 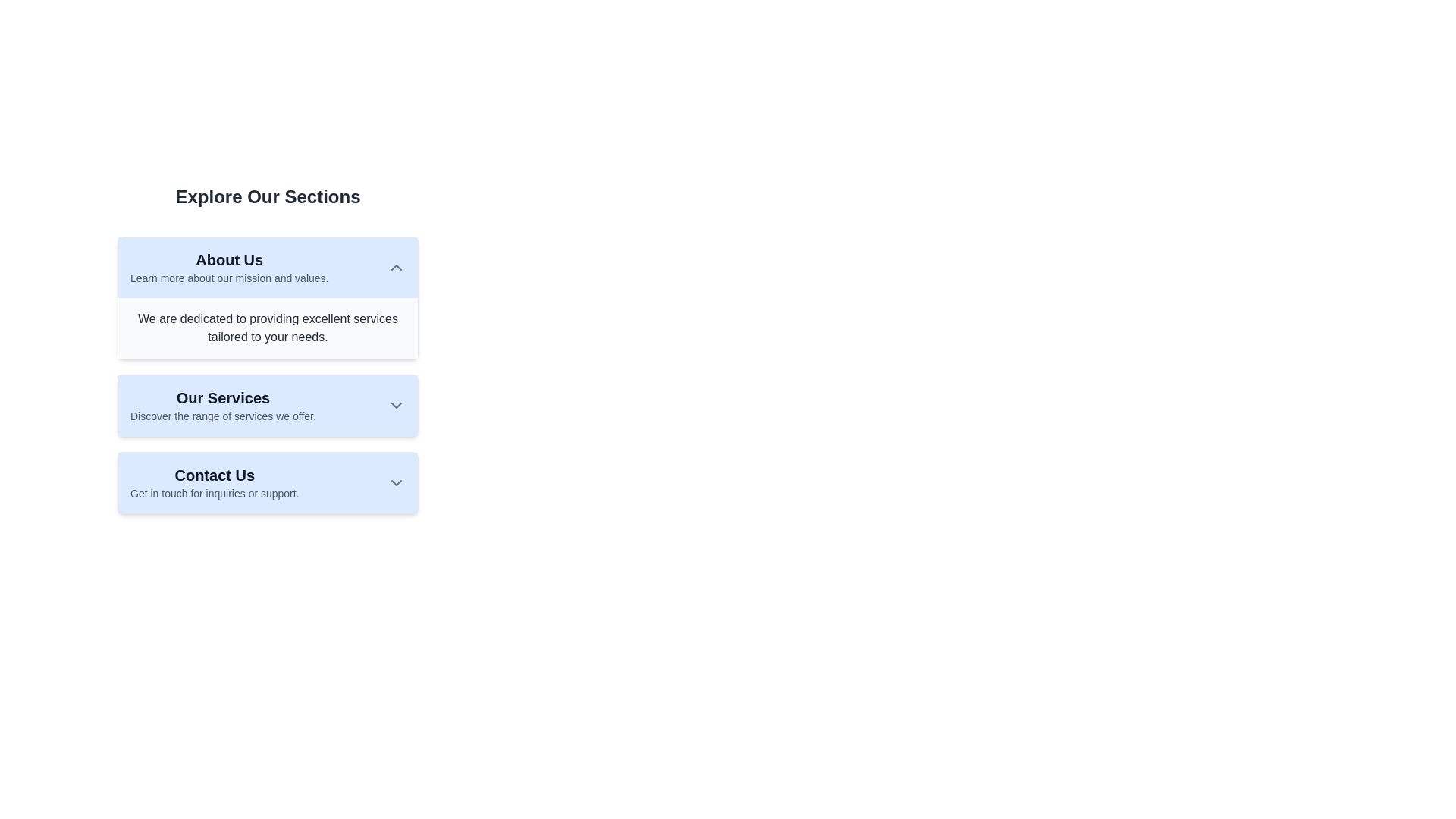 I want to click on the text snippet reading 'Learn more about our mission and values.' which is styled with a smaller gray font and located directly underneath the 'About Us' heading in the first collapsible section, so click(x=228, y=278).